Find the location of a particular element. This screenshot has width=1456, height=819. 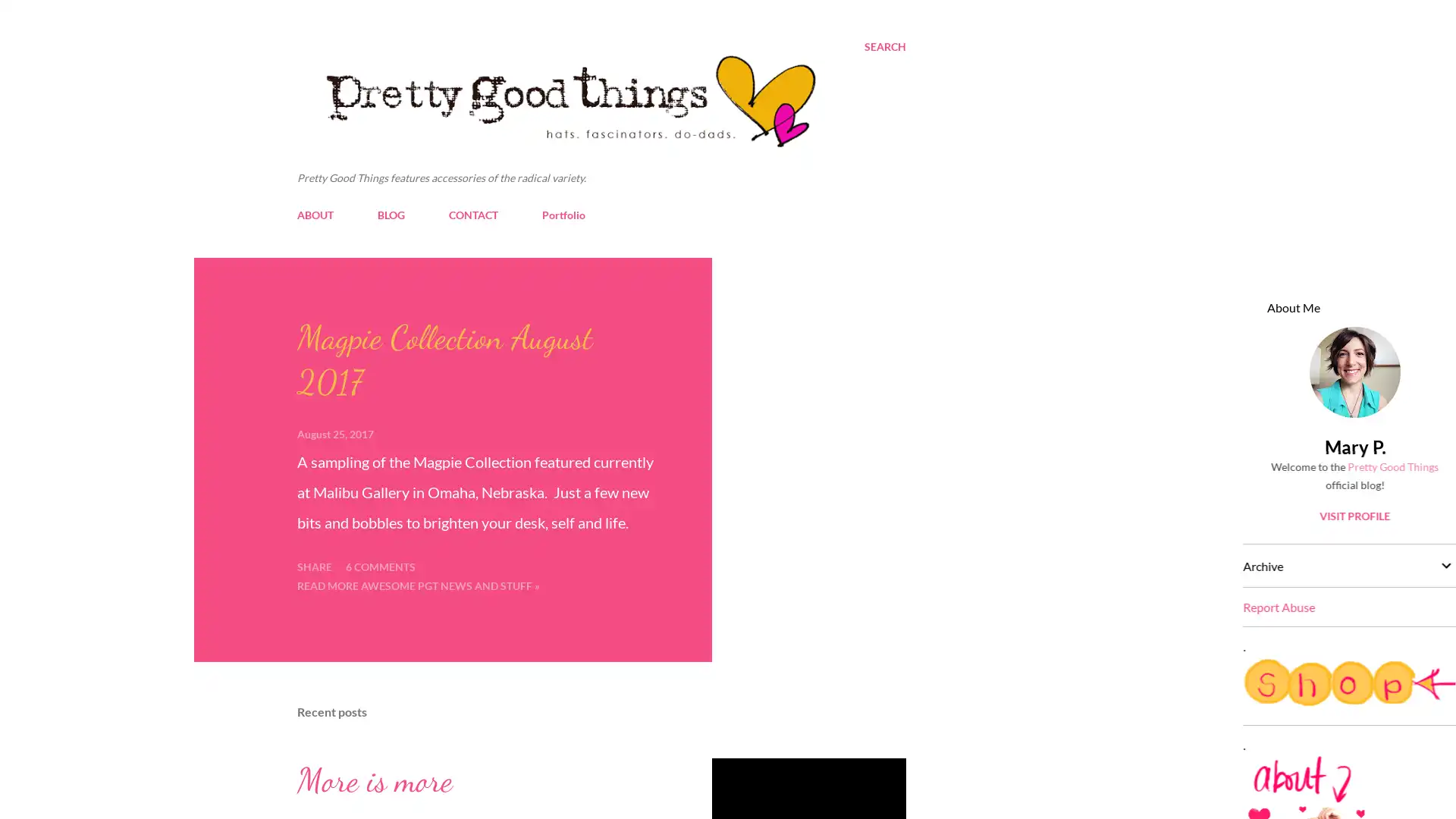

Search is located at coordinates (884, 45).